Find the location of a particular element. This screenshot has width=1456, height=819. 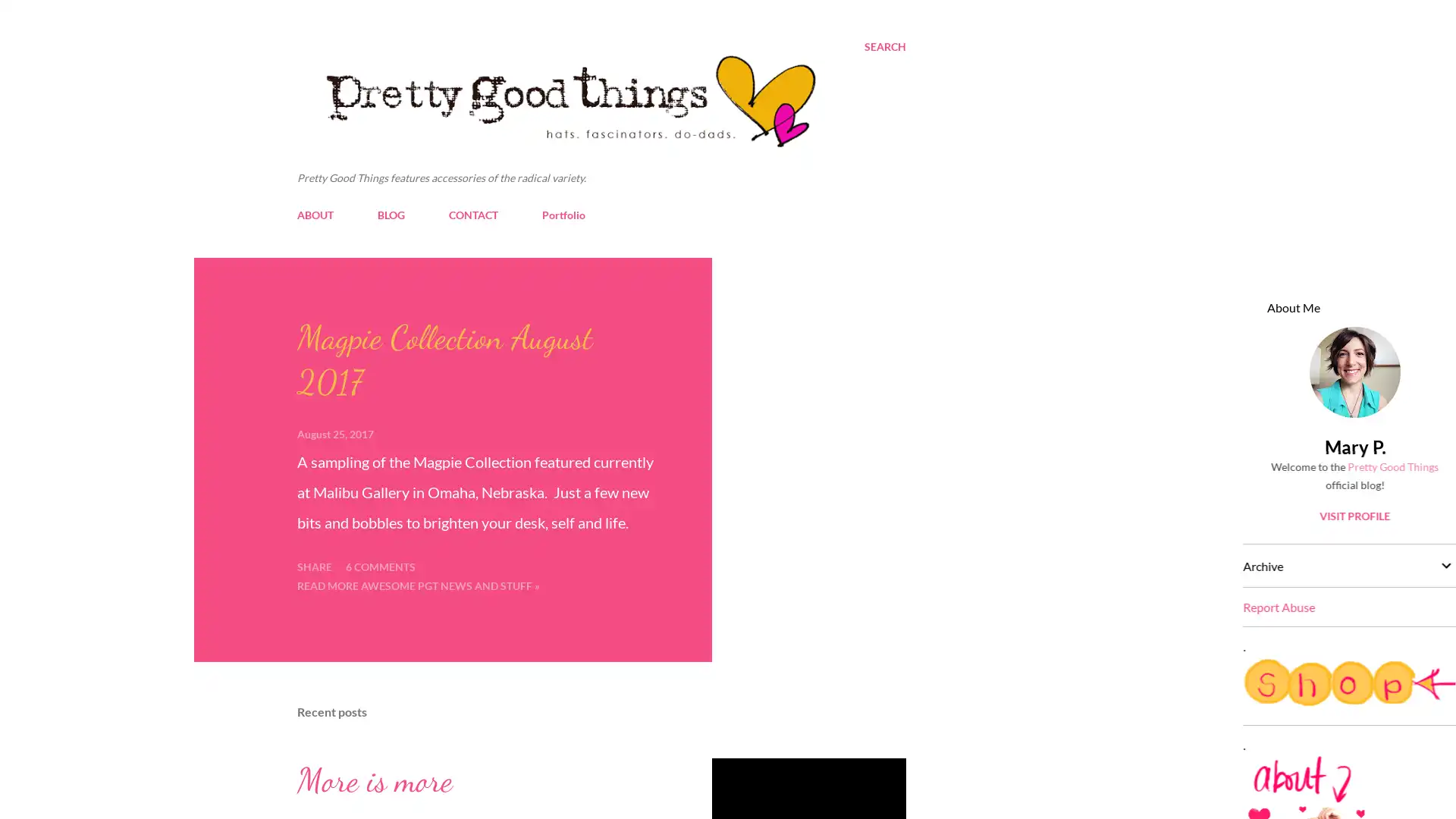

Search is located at coordinates (884, 45).